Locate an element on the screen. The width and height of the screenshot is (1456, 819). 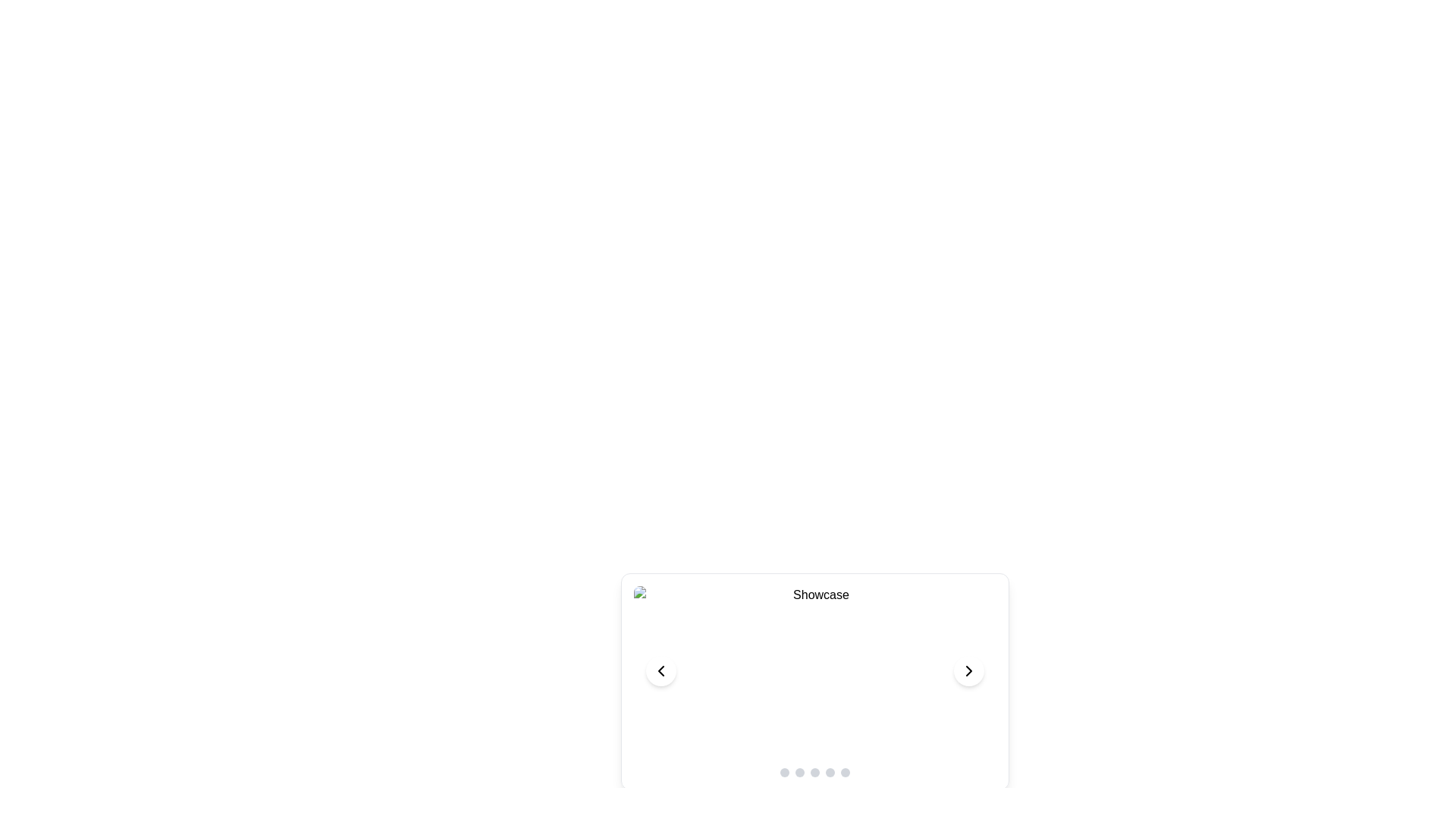
the third circular Indicator Button from the left, which has a light gray background and is part of a sequence of five indicators located beneath the 'Showcase' text is located at coordinates (814, 772).